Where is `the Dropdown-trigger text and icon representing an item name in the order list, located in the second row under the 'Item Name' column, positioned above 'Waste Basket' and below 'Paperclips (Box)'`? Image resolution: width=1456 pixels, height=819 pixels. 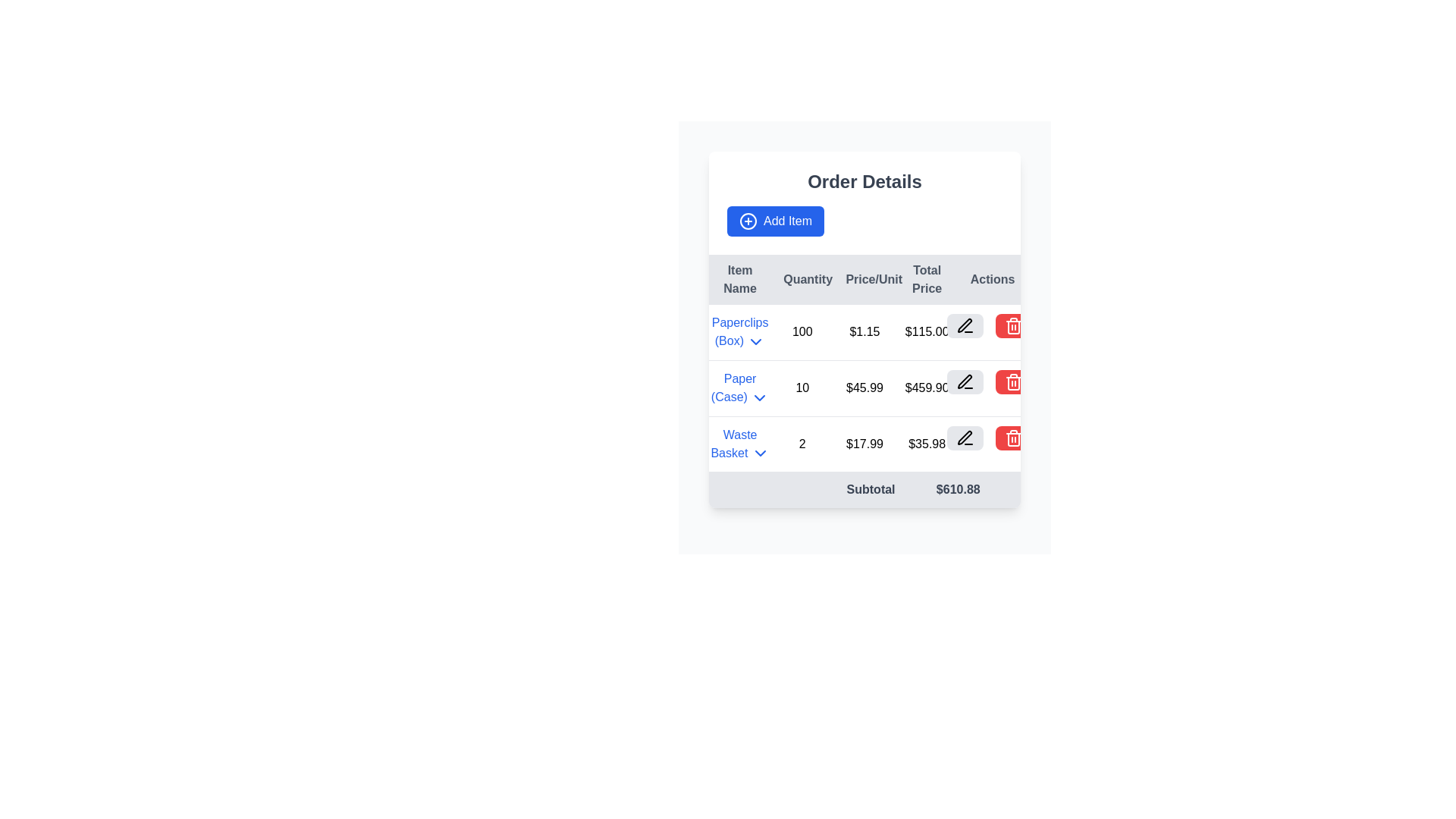
the Dropdown-trigger text and icon representing an item name in the order list, located in the second row under the 'Item Name' column, positioned above 'Waste Basket' and below 'Paperclips (Box)' is located at coordinates (740, 388).